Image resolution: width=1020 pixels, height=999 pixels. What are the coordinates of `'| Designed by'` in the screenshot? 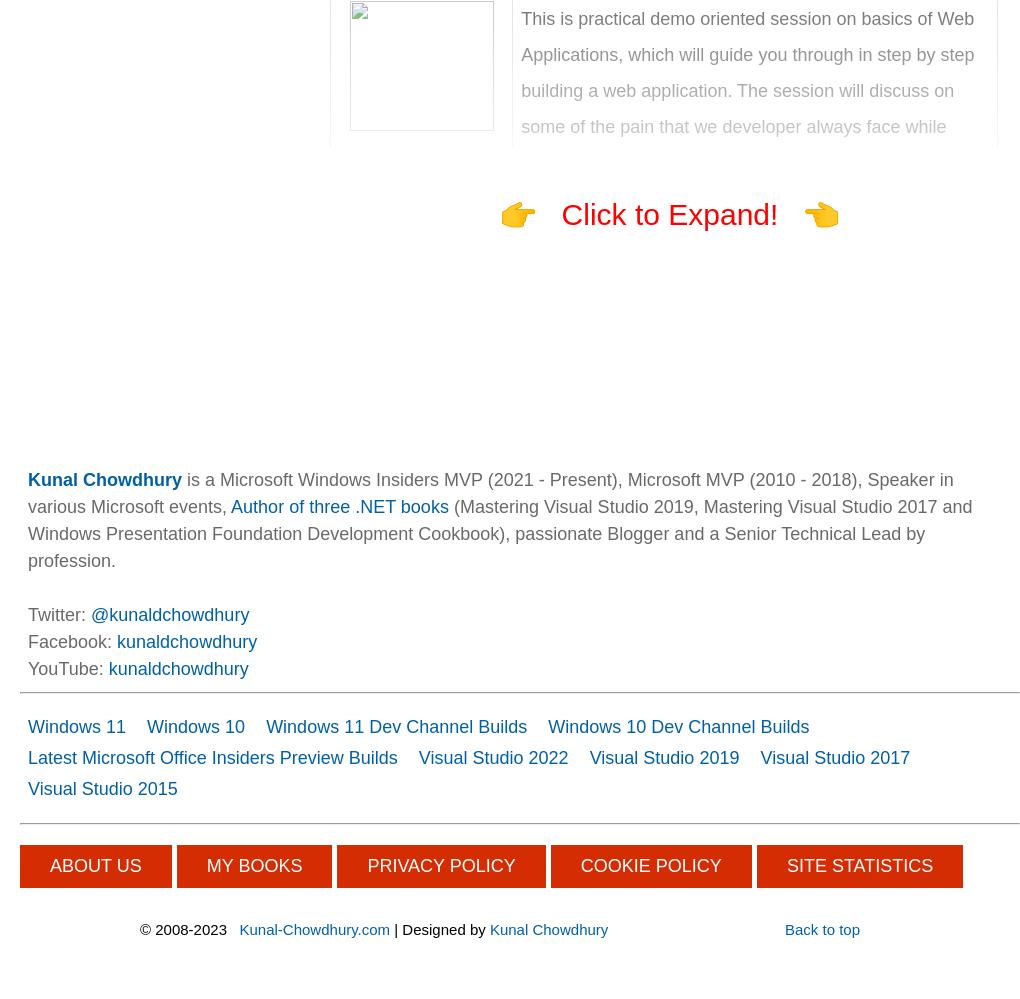 It's located at (390, 929).